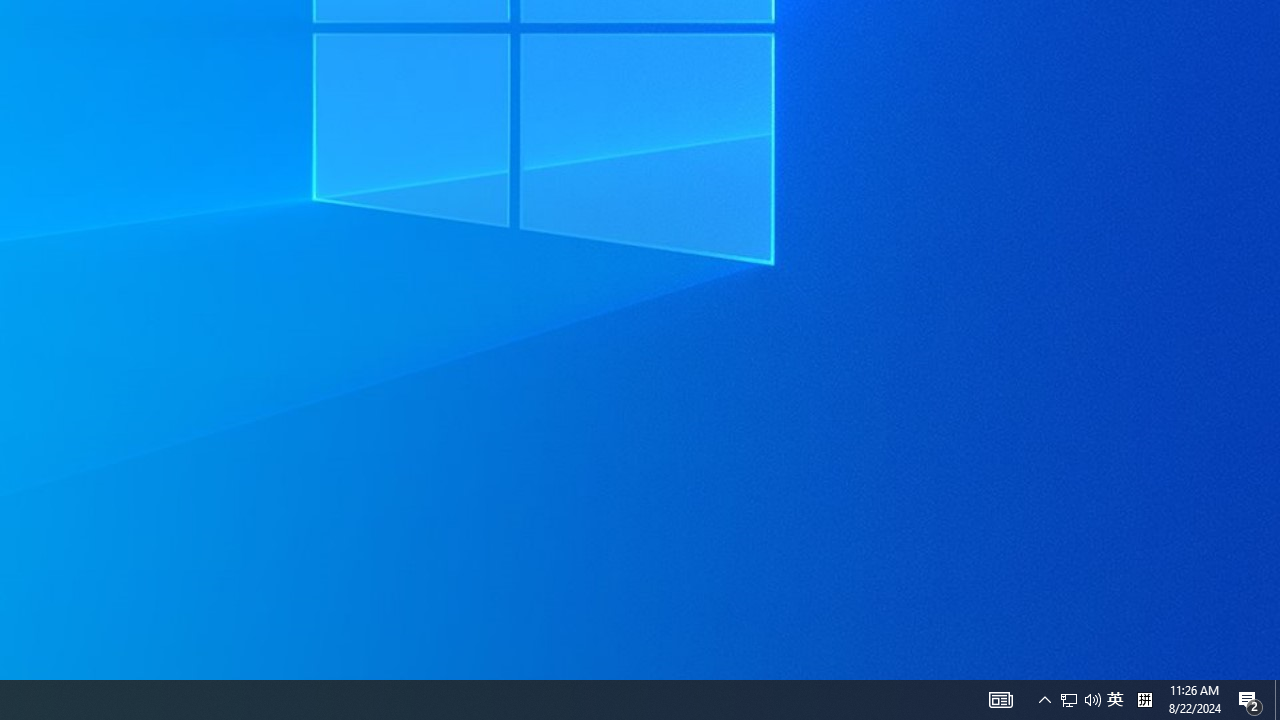 This screenshot has height=720, width=1280. I want to click on 'Q2790: 100%', so click(1092, 698).